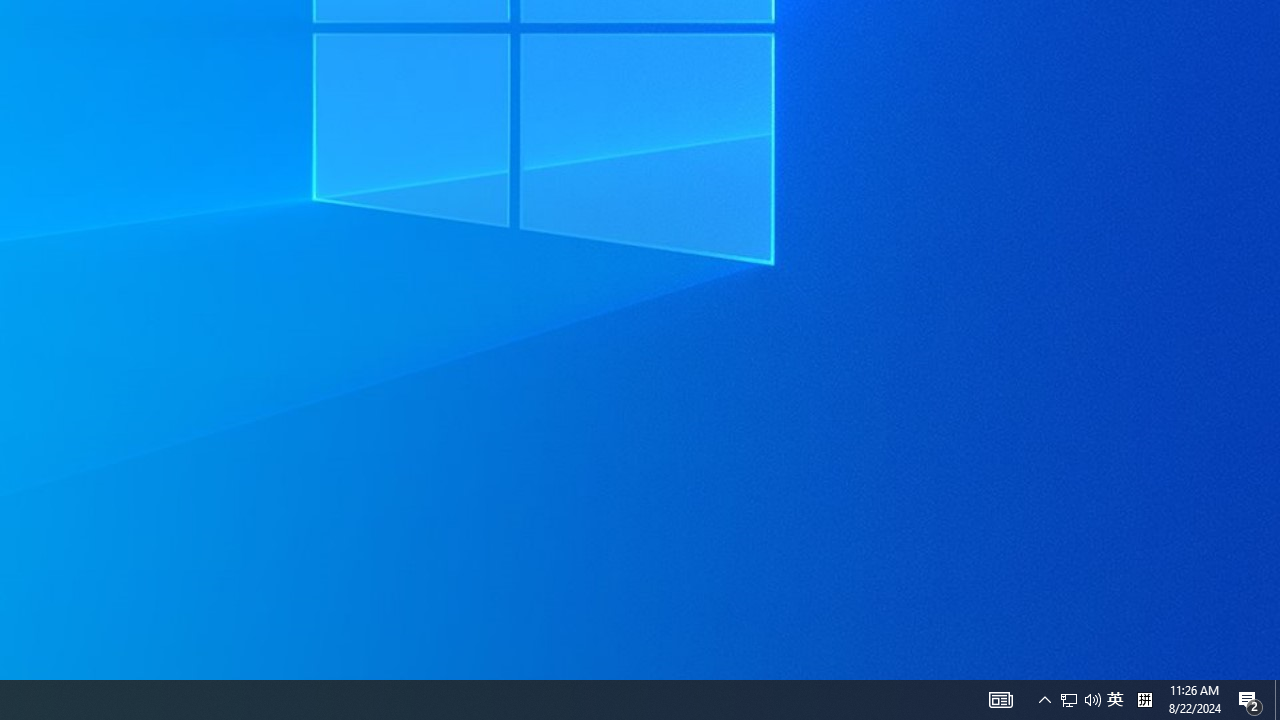 This screenshot has height=720, width=1280. I want to click on 'Q2790: 100%', so click(1092, 698).